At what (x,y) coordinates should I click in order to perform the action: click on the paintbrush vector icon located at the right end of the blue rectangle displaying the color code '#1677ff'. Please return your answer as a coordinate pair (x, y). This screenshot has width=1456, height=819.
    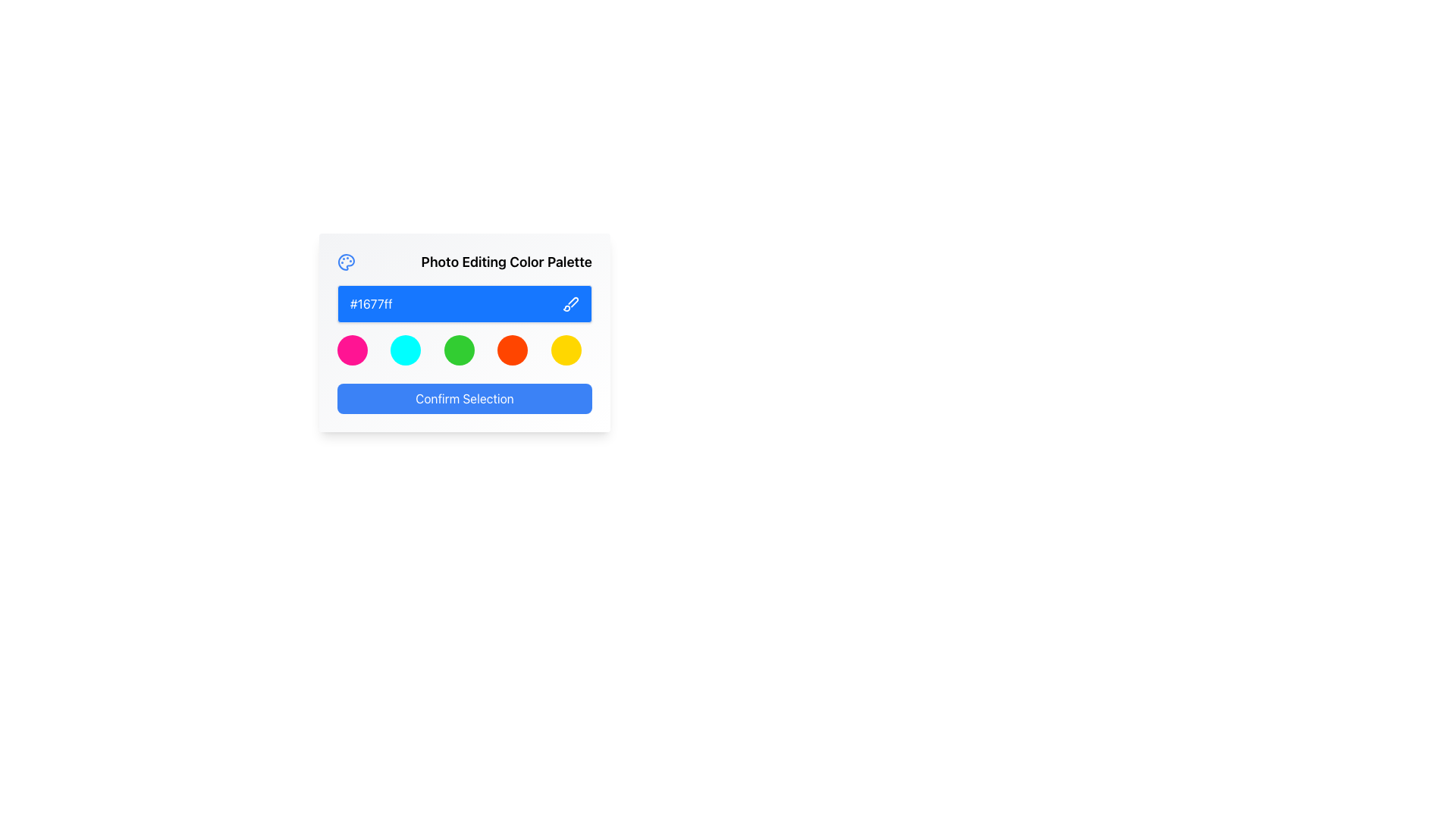
    Looking at the image, I should click on (570, 304).